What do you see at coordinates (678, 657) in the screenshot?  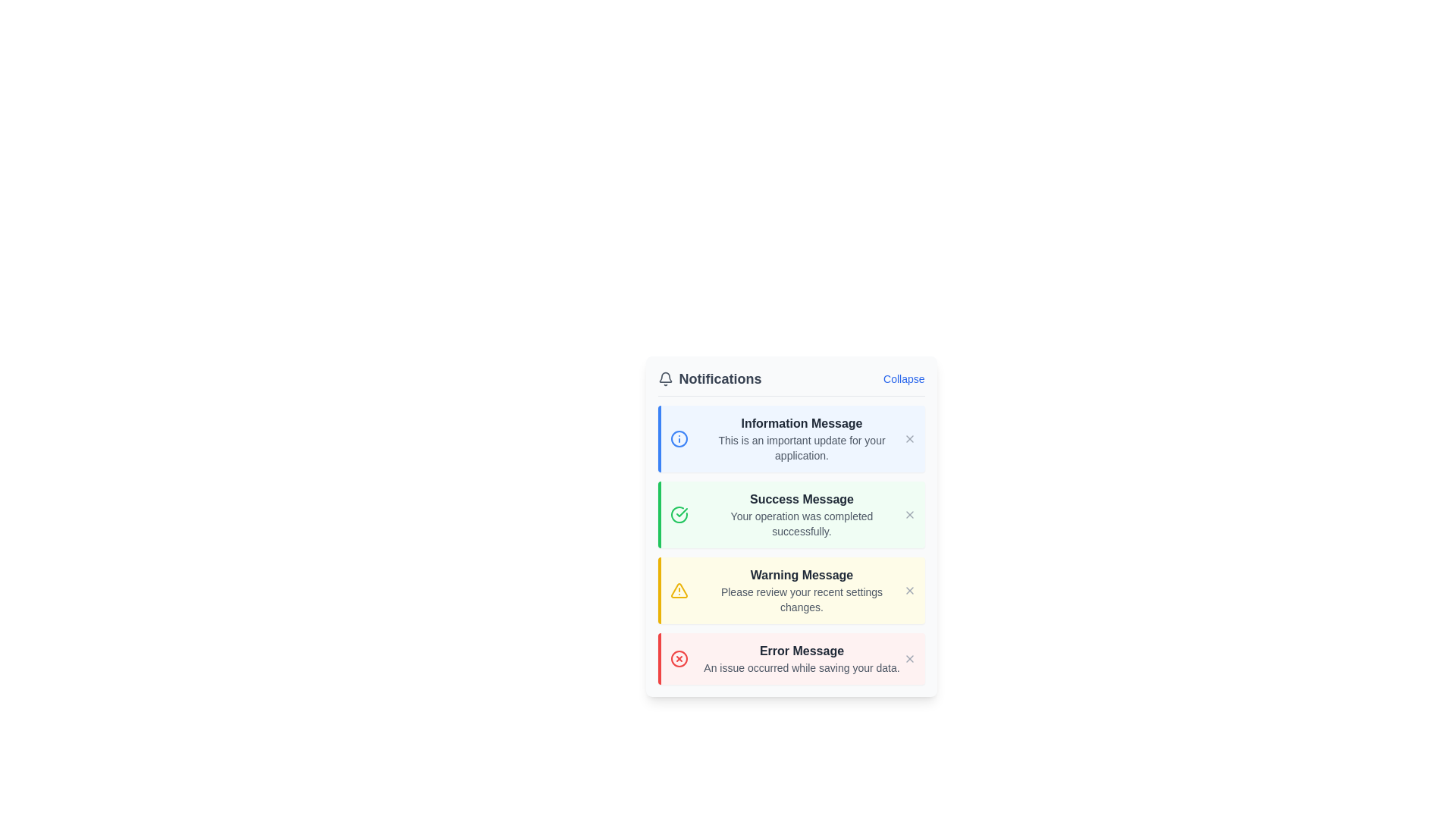 I see `the circular graphic icon with a red cross marking, located at the leftmost side of the 'Error Message' notification box` at bounding box center [678, 657].